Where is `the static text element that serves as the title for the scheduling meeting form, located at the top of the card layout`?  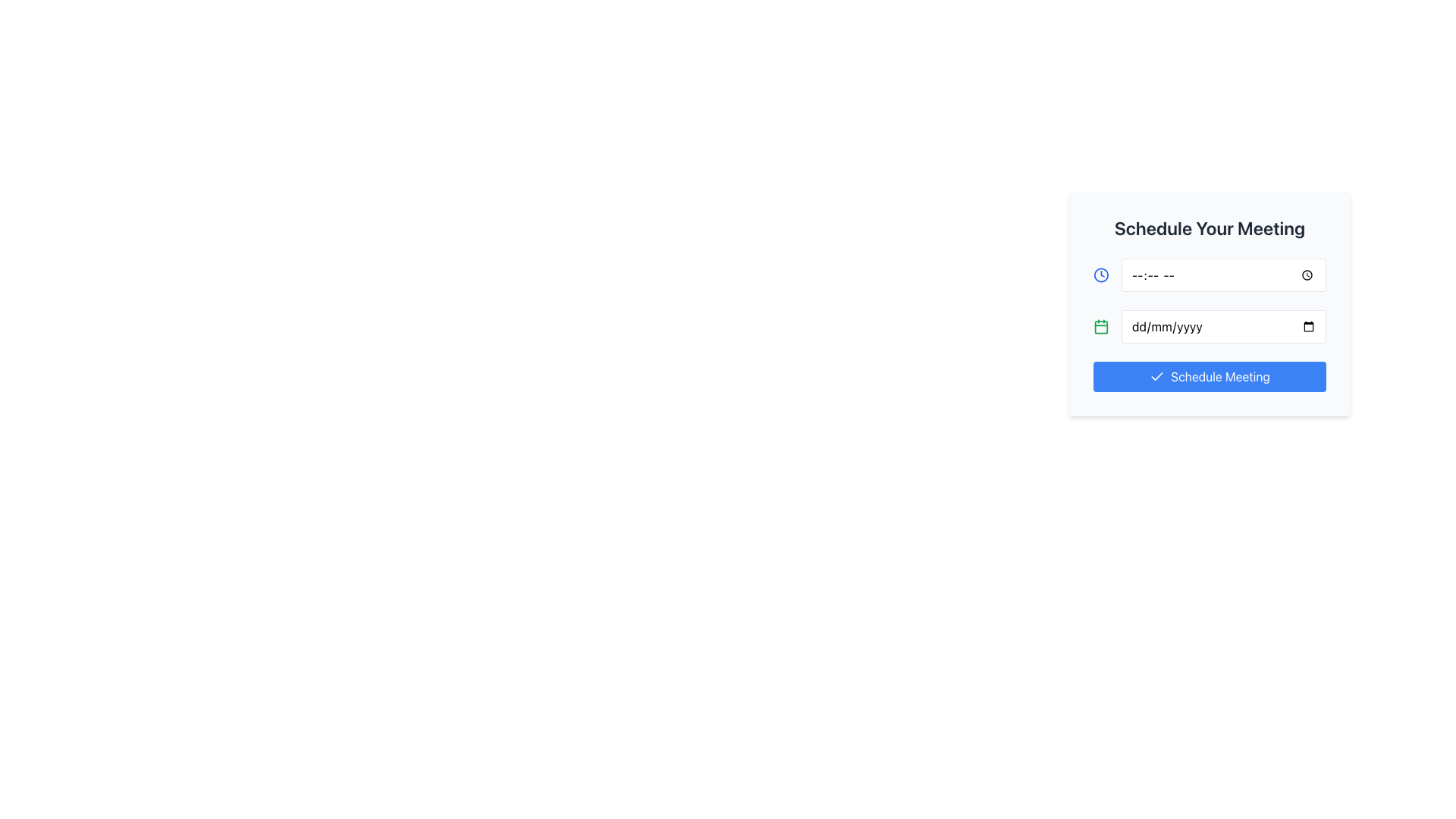 the static text element that serves as the title for the scheduling meeting form, located at the top of the card layout is located at coordinates (1209, 227).